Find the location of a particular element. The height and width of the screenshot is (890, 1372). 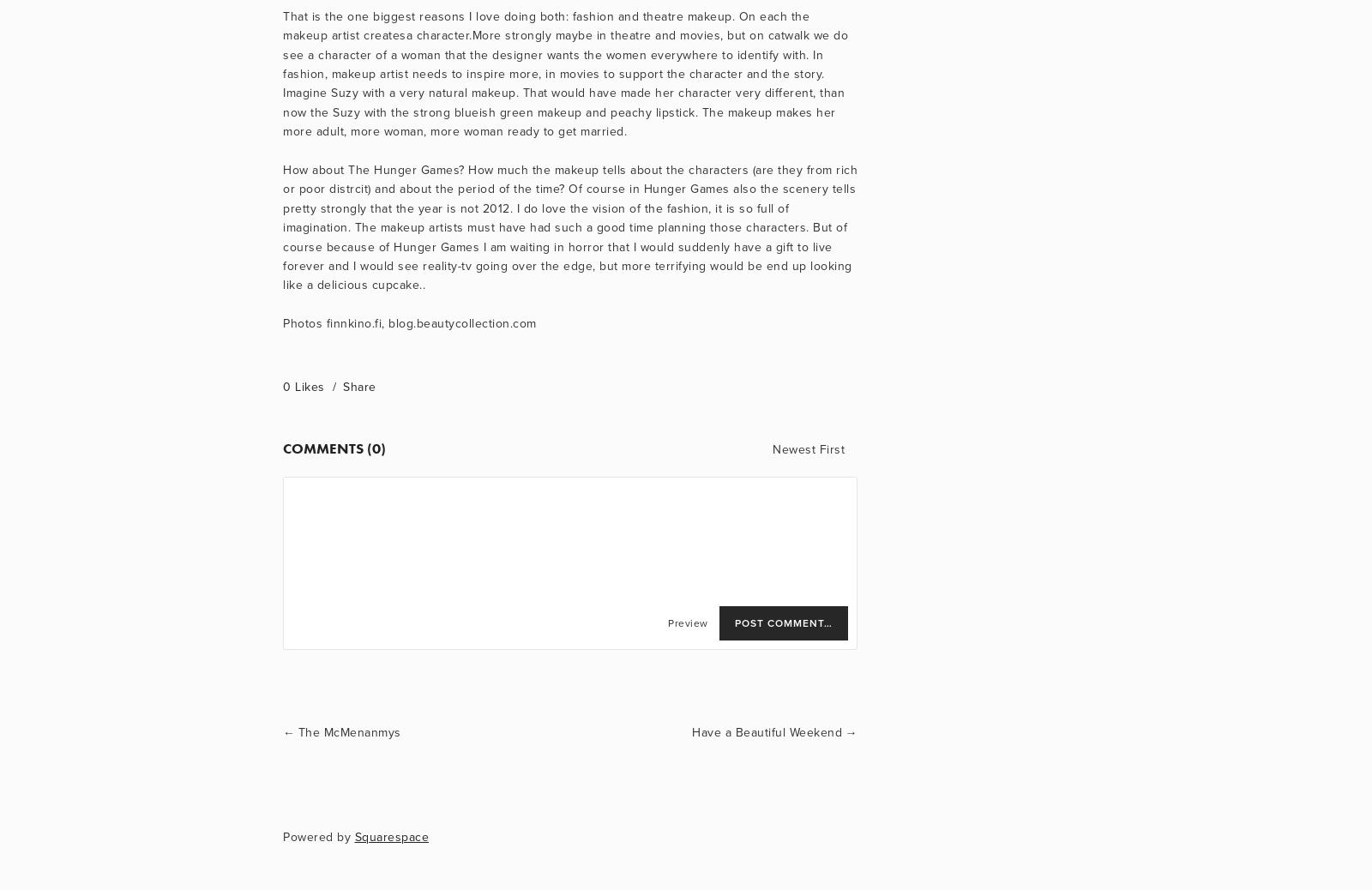

'Comments (0)' is located at coordinates (282, 447).